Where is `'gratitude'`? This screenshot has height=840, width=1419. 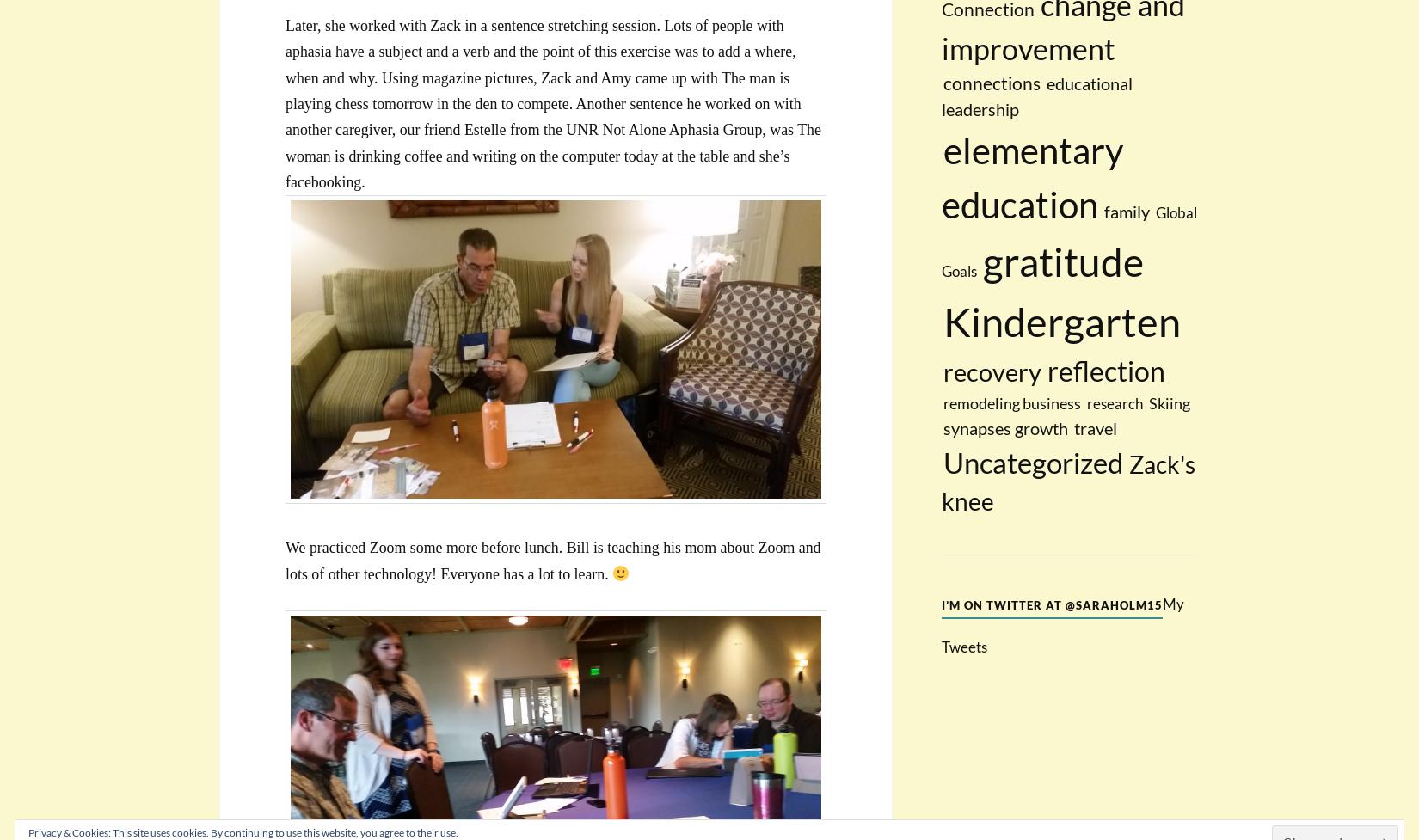 'gratitude' is located at coordinates (1063, 261).